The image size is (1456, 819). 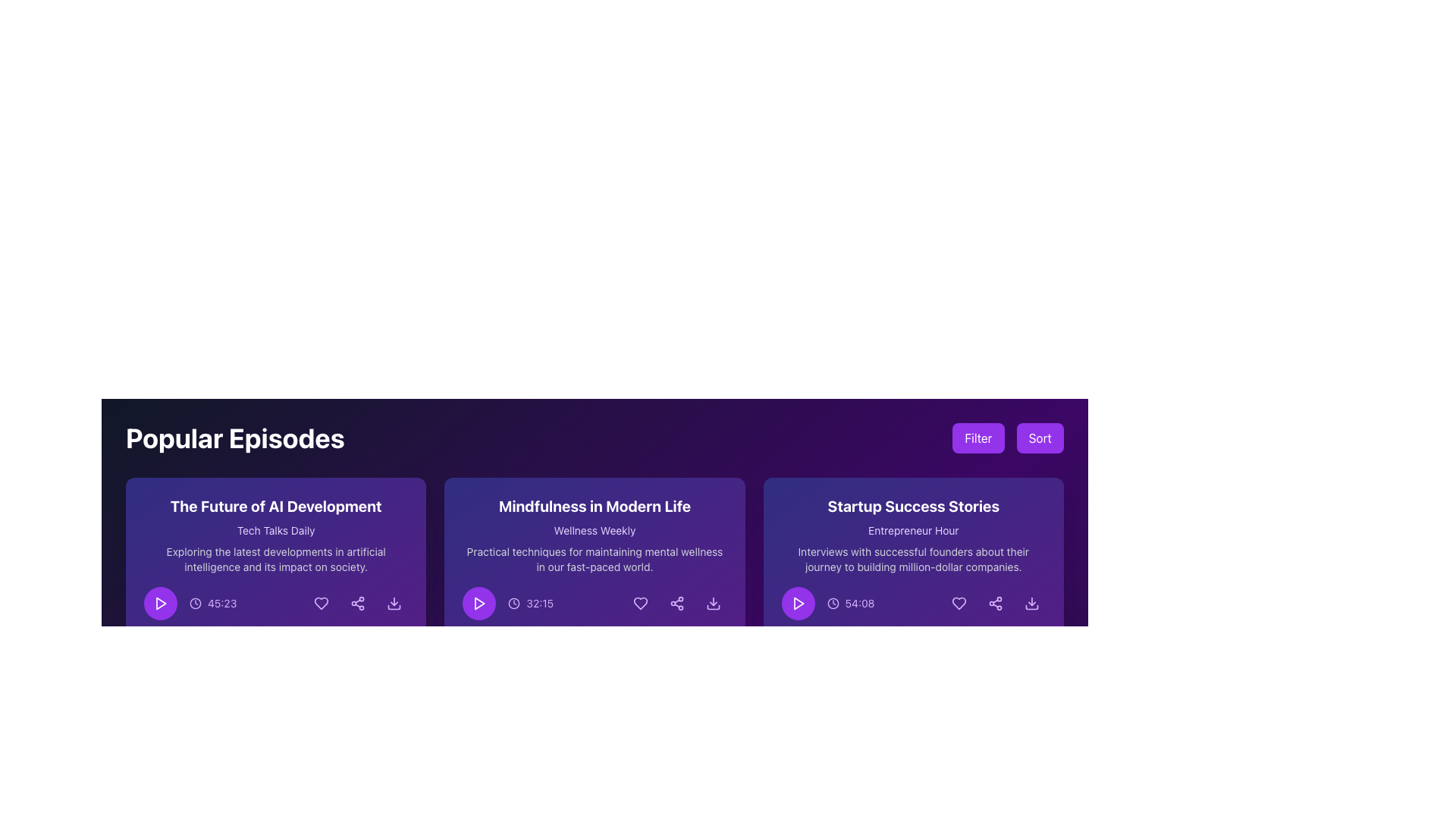 What do you see at coordinates (321, 602) in the screenshot?
I see `the heart-shaped 'like' icon` at bounding box center [321, 602].